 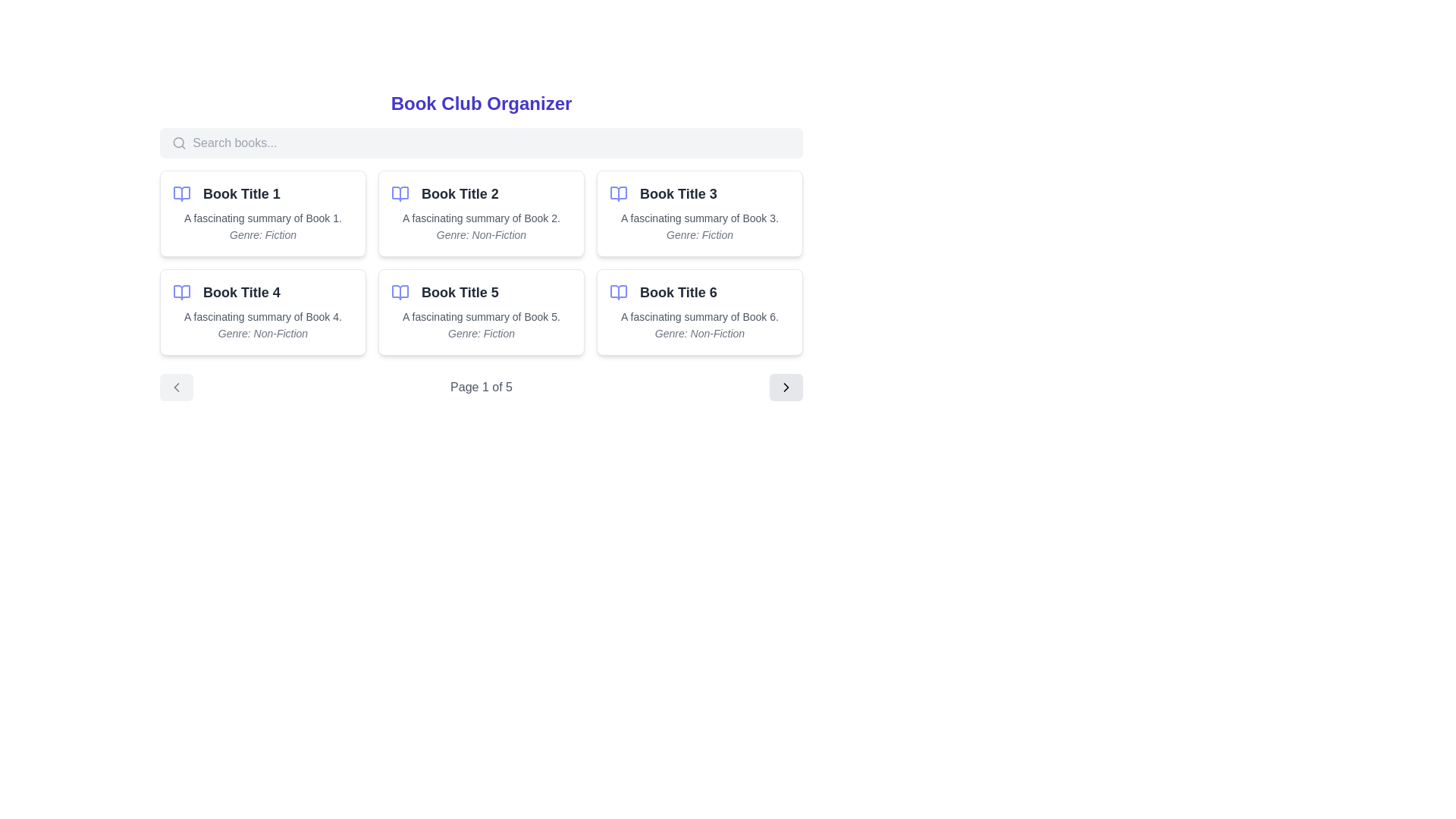 I want to click on the first pagination button that allows navigation to the previous page of the book grid, located next to the text 'Page 1 of 5', so click(x=177, y=386).